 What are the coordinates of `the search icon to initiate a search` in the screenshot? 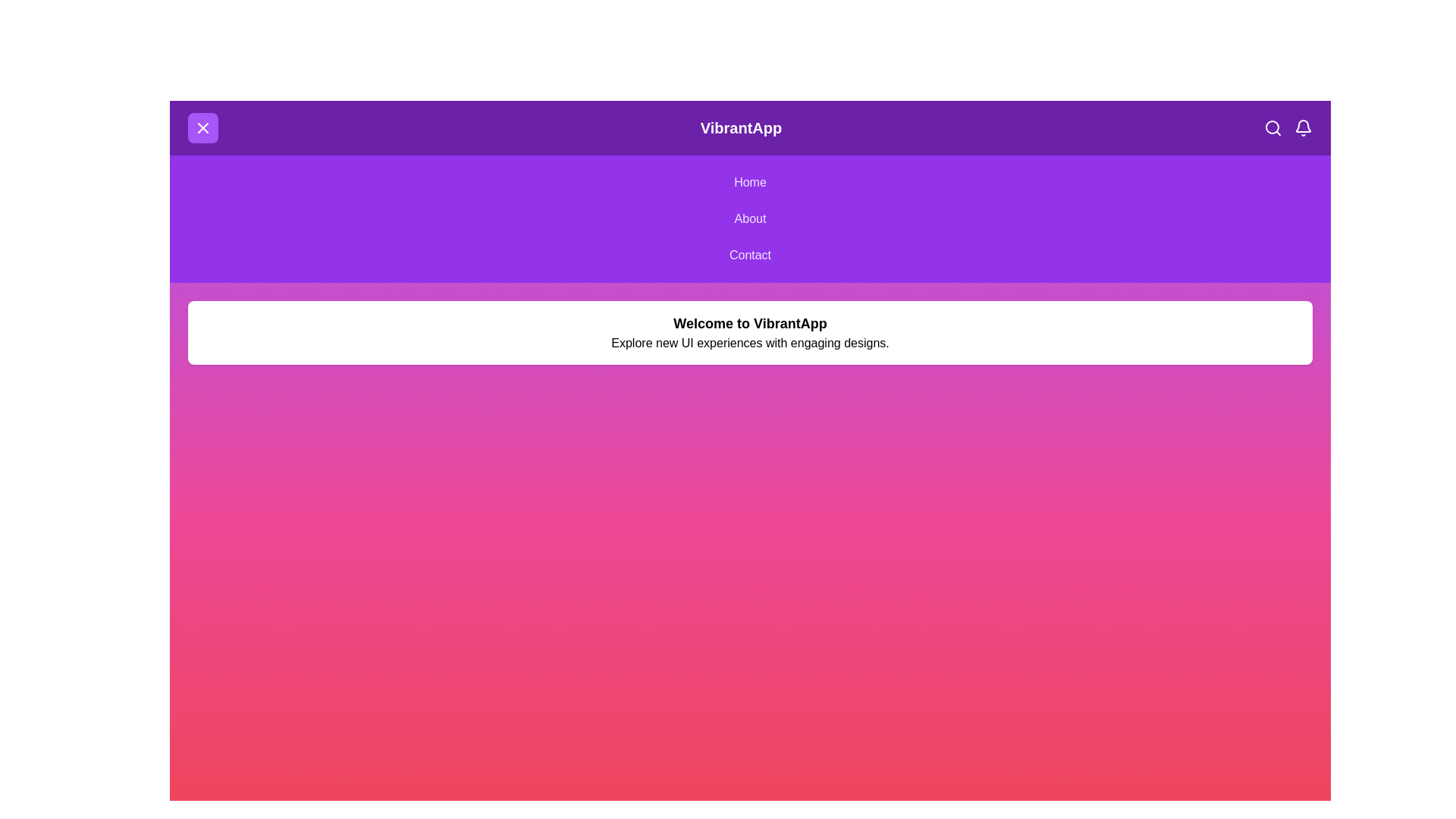 It's located at (1273, 127).